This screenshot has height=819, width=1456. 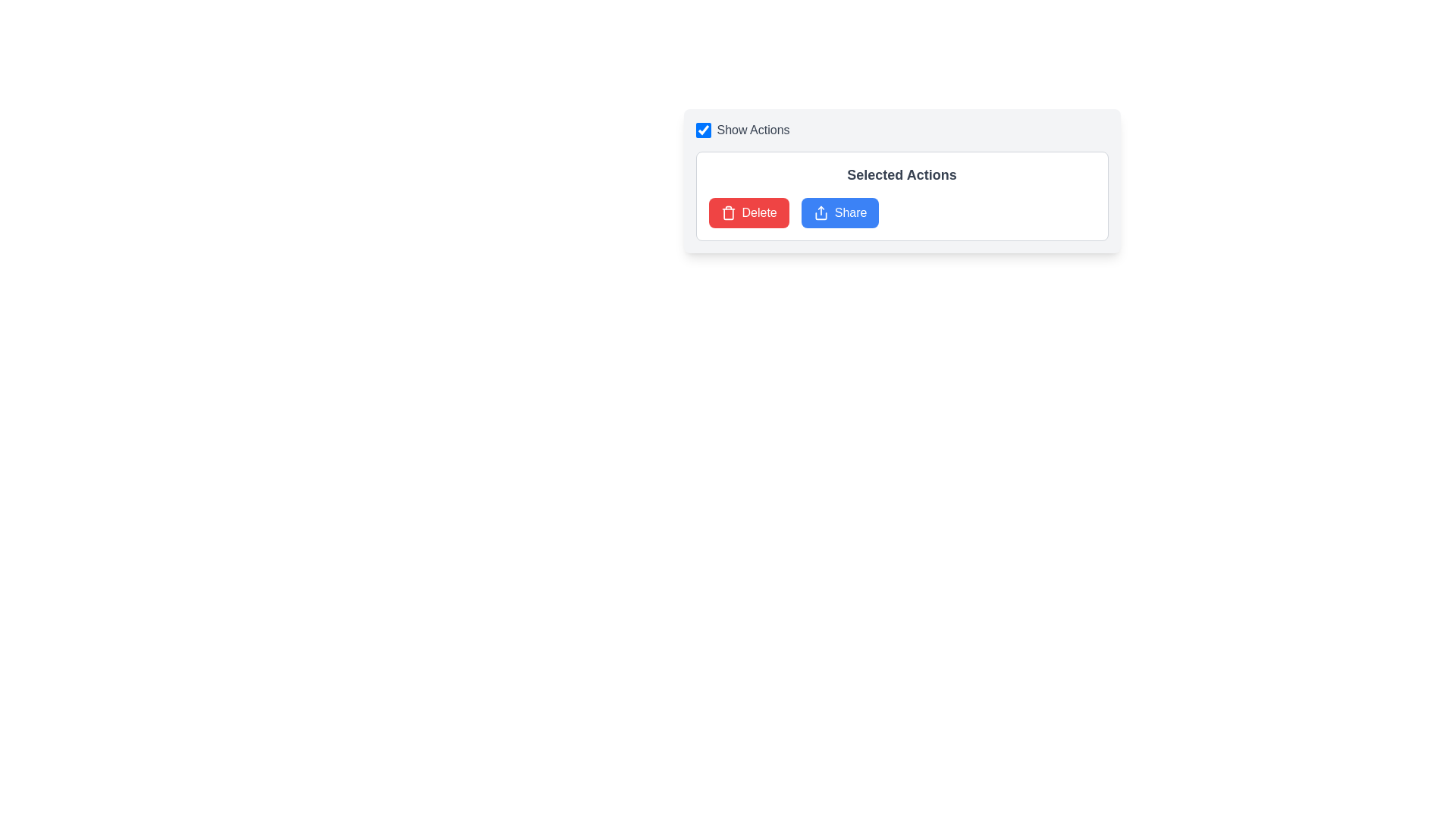 I want to click on the trash can icon, which is a part of the 'Delete' button next to the text 'Delete' within the 'Selected Actions' section, so click(x=728, y=213).